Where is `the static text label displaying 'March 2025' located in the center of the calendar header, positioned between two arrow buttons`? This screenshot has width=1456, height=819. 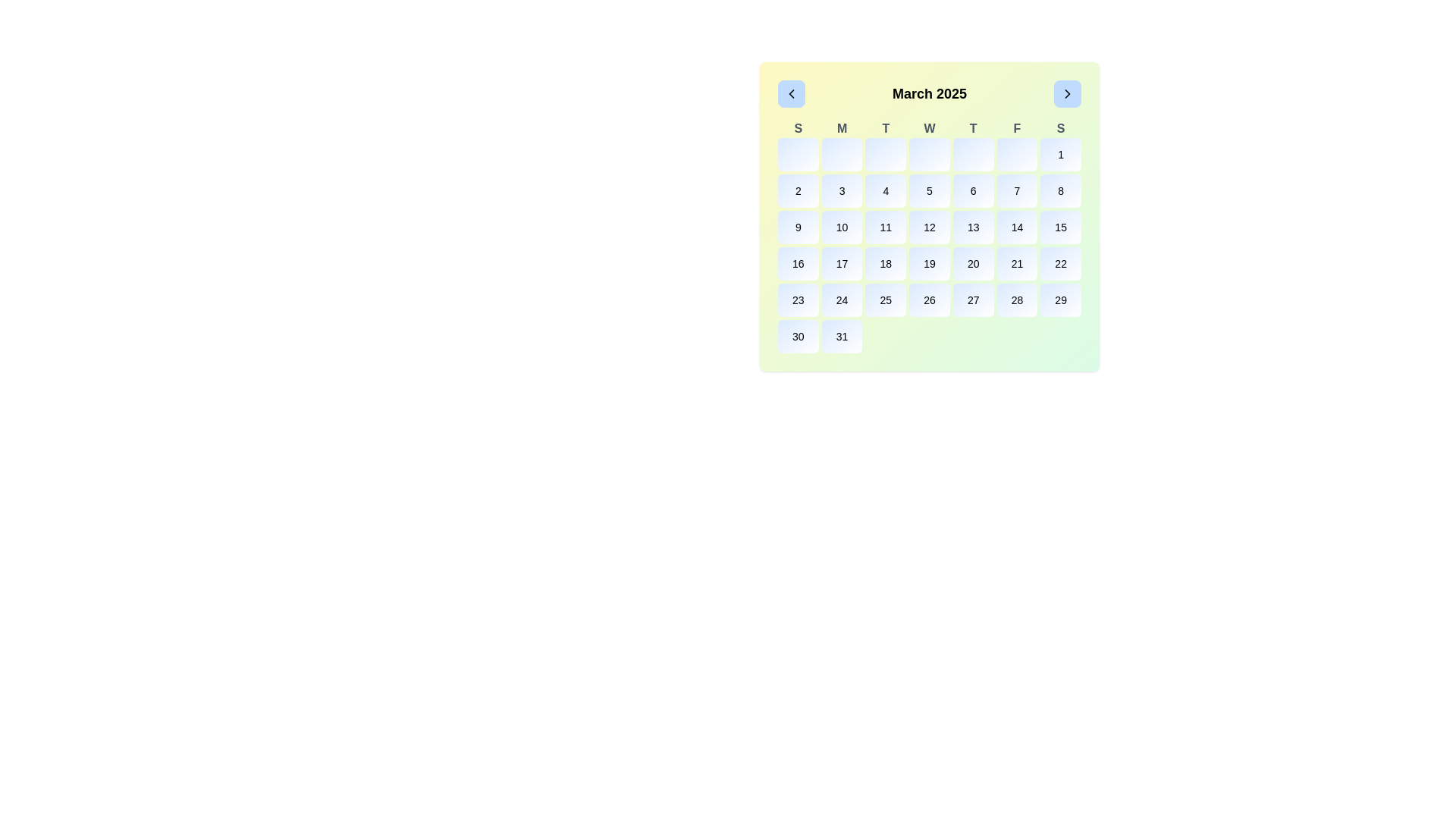
the static text label displaying 'March 2025' located in the center of the calendar header, positioned between two arrow buttons is located at coordinates (928, 93).